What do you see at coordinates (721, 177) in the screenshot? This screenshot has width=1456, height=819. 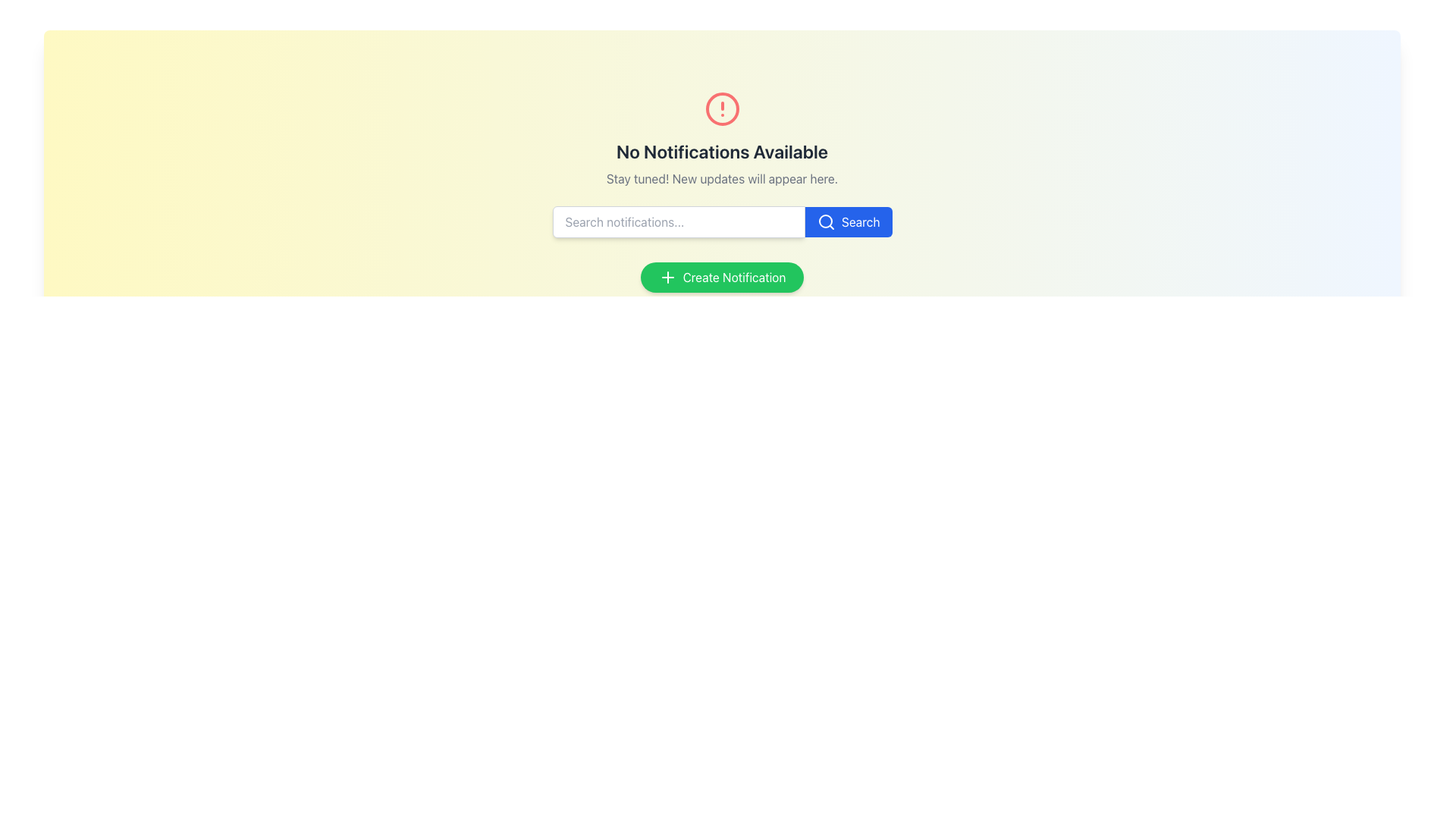 I see `the text label that reads 'Stay tuned! New updates will appear here.' which is positioned below 'No Notifications Available' and above a search bar` at bounding box center [721, 177].